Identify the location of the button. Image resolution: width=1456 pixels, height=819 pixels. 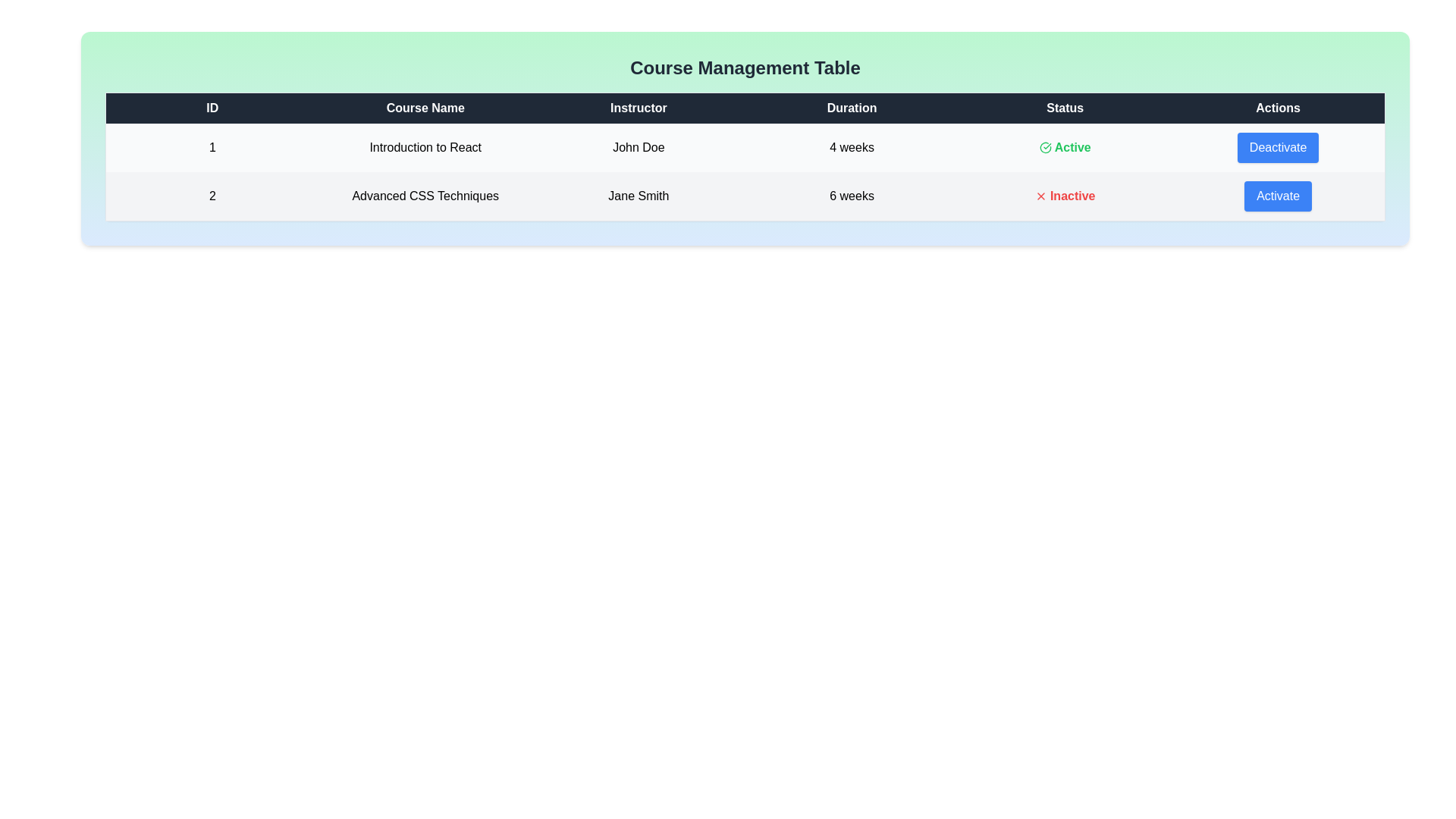
(1277, 196).